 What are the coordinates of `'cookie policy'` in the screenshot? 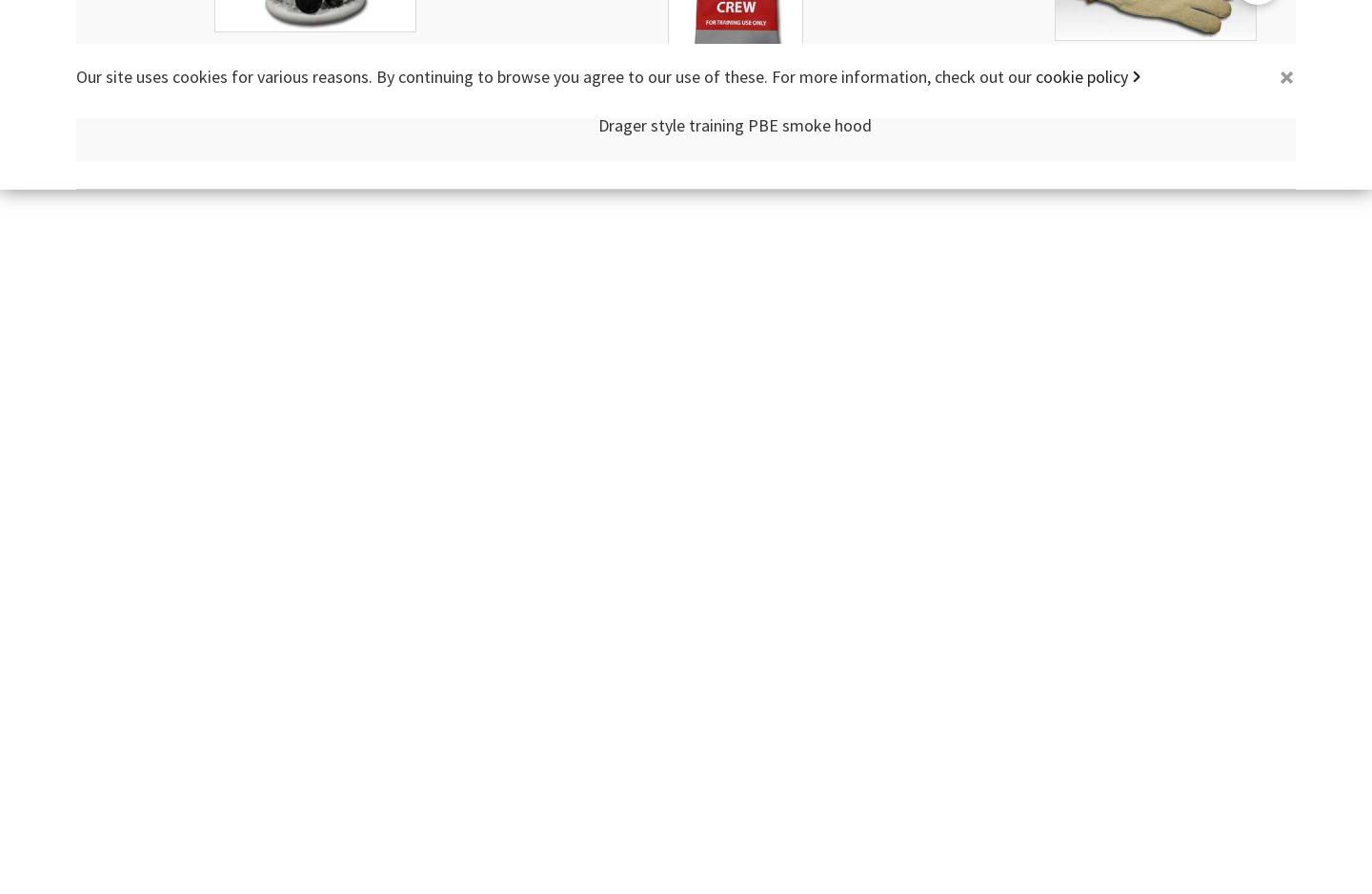 It's located at (1080, 75).